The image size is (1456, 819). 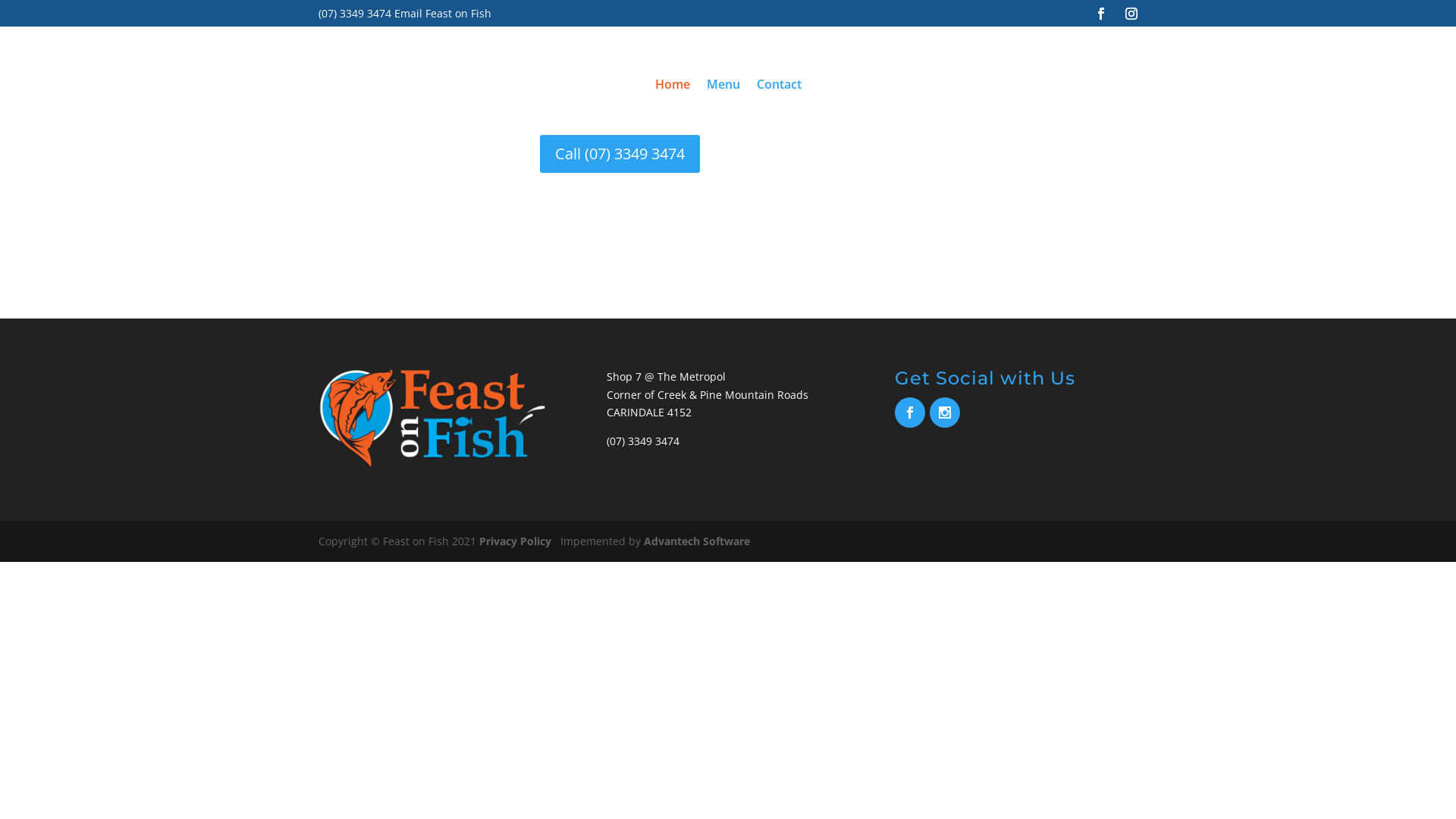 What do you see at coordinates (538, 154) in the screenshot?
I see `'Call (07) 3349 3474'` at bounding box center [538, 154].